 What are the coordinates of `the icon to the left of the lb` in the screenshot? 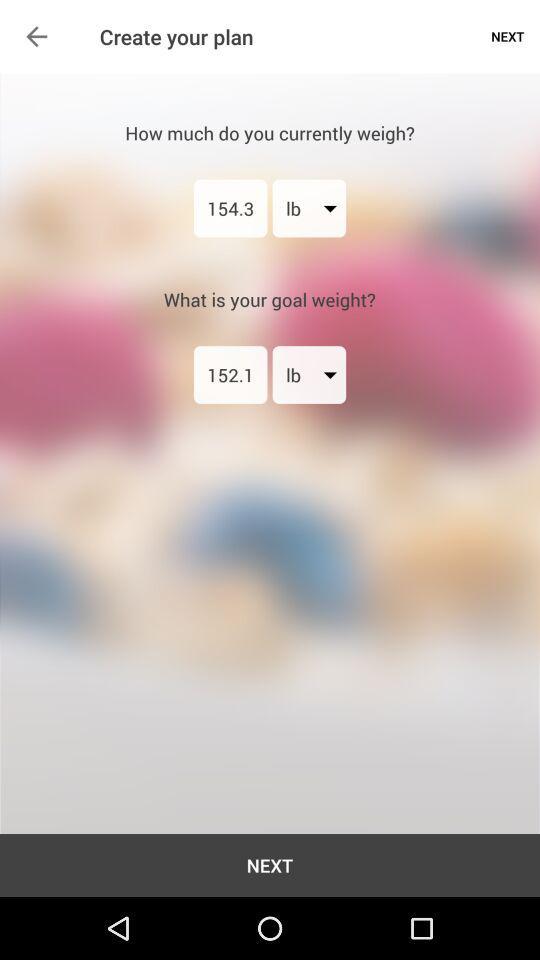 It's located at (229, 208).